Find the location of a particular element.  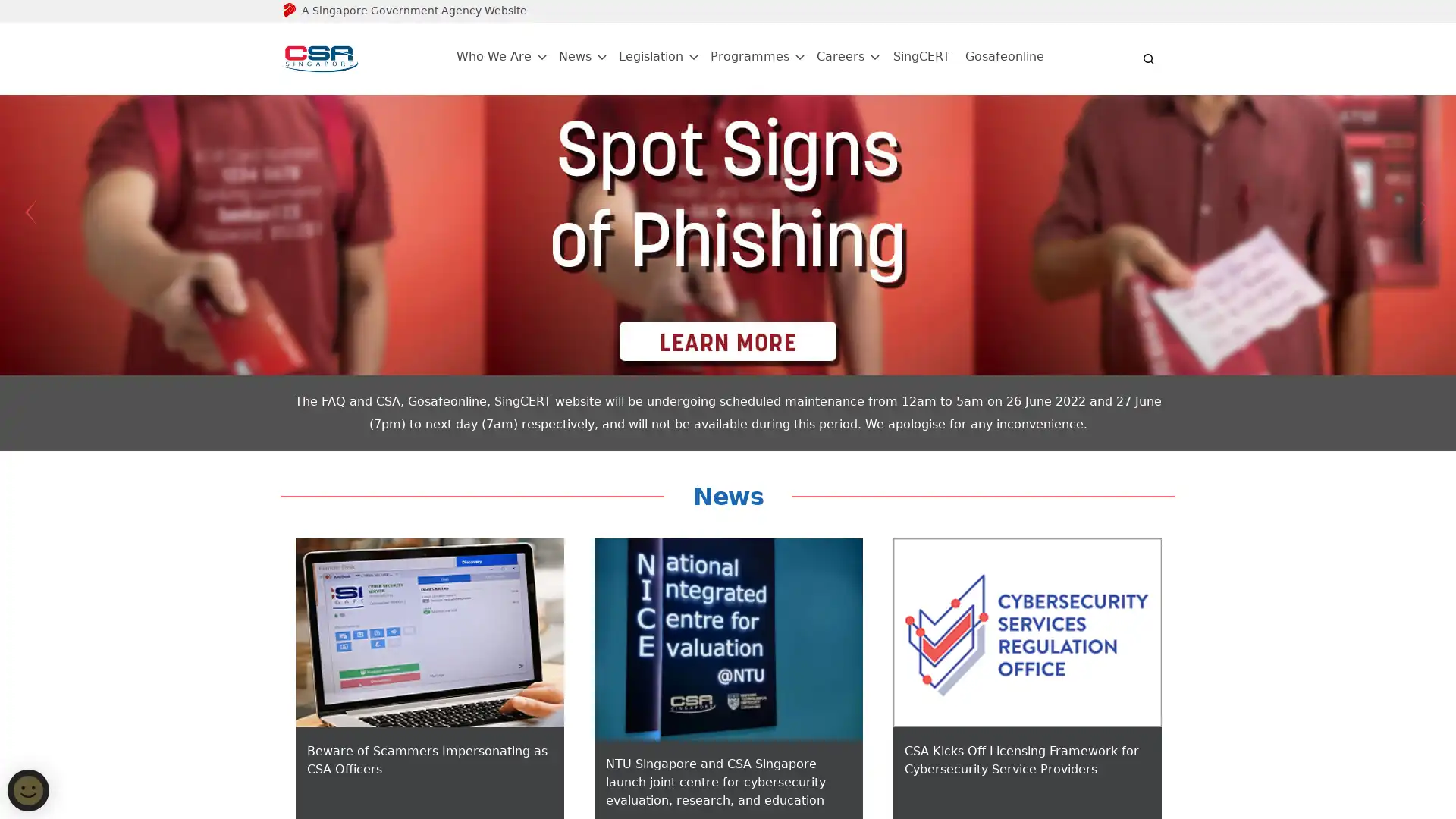

Next is located at coordinates (1425, 212).